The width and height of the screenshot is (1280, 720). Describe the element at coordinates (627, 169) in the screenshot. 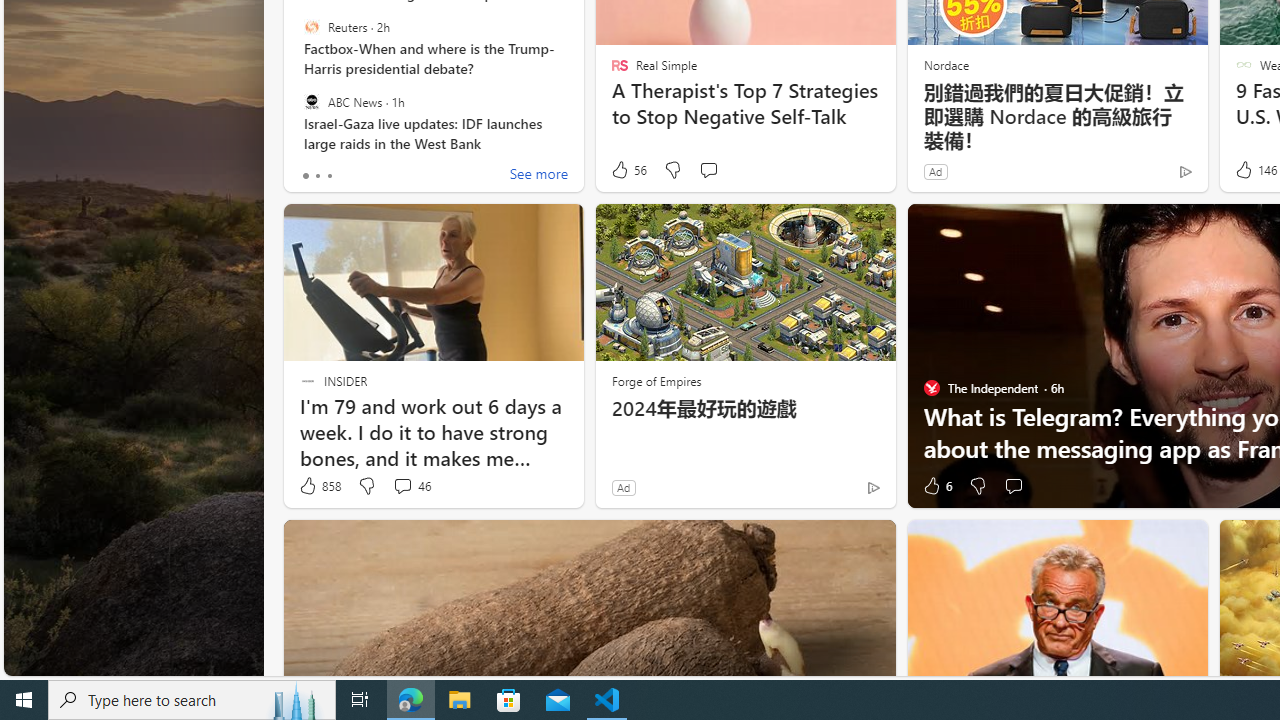

I see `'56 Like'` at that location.